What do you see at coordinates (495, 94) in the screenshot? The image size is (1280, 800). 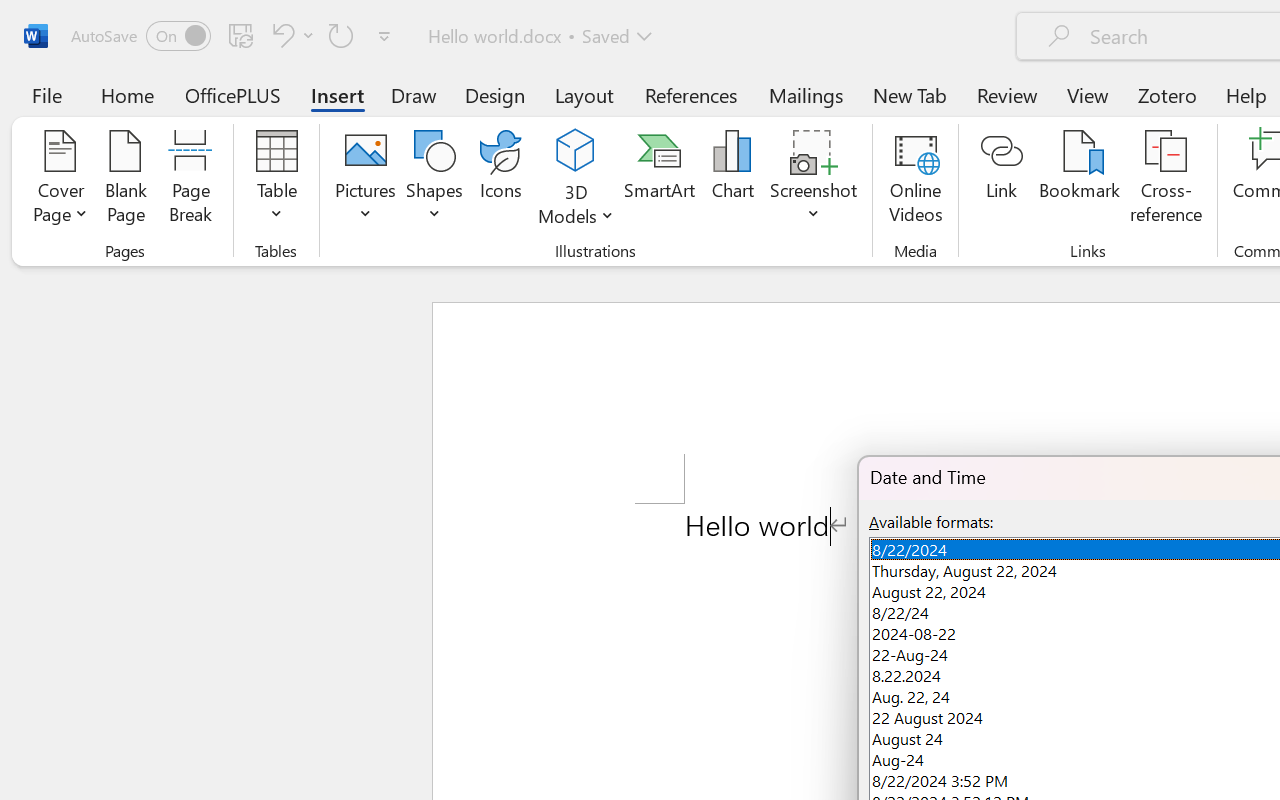 I see `'Design'` at bounding box center [495, 94].